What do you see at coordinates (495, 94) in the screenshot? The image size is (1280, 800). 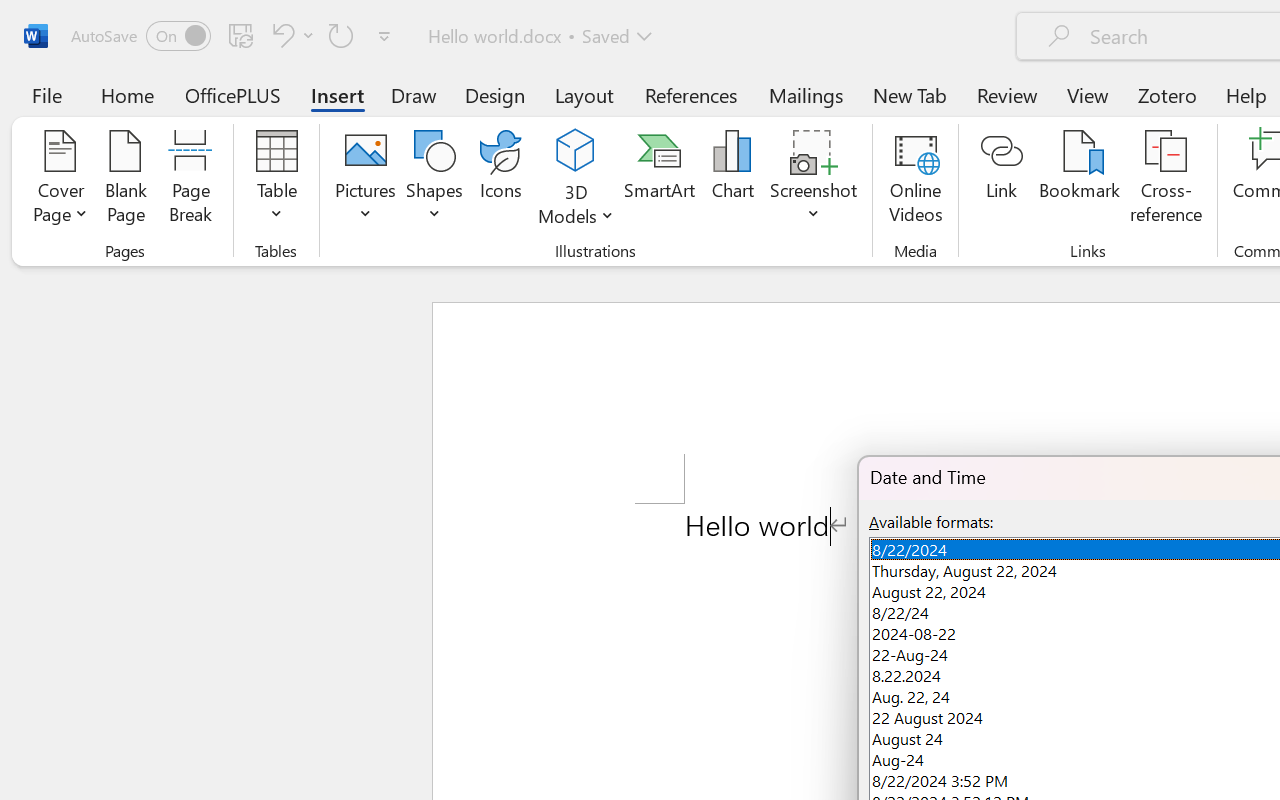 I see `'Design'` at bounding box center [495, 94].